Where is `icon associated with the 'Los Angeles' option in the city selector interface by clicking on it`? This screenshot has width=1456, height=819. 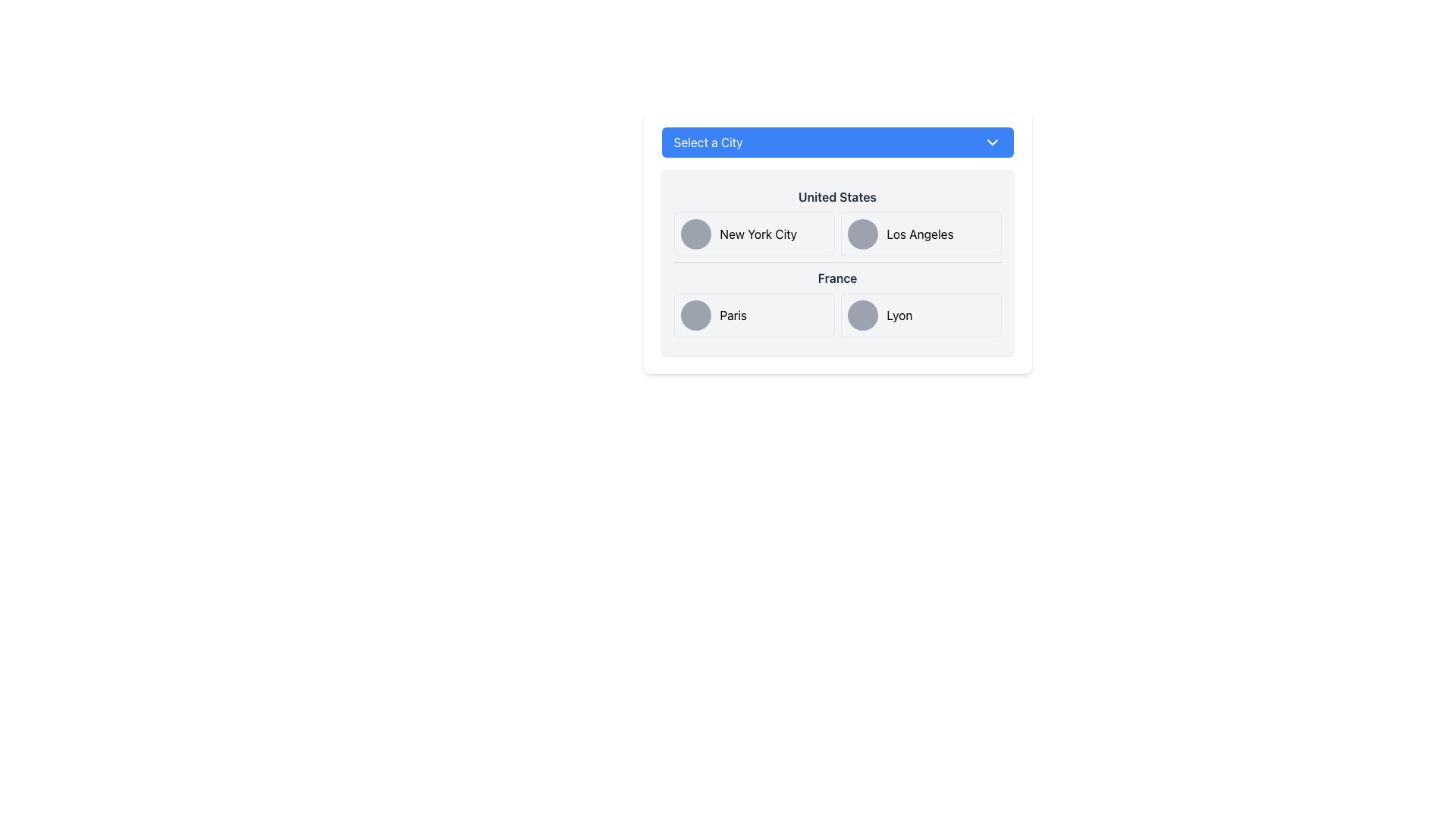
icon associated with the 'Los Angeles' option in the city selector interface by clicking on it is located at coordinates (862, 234).